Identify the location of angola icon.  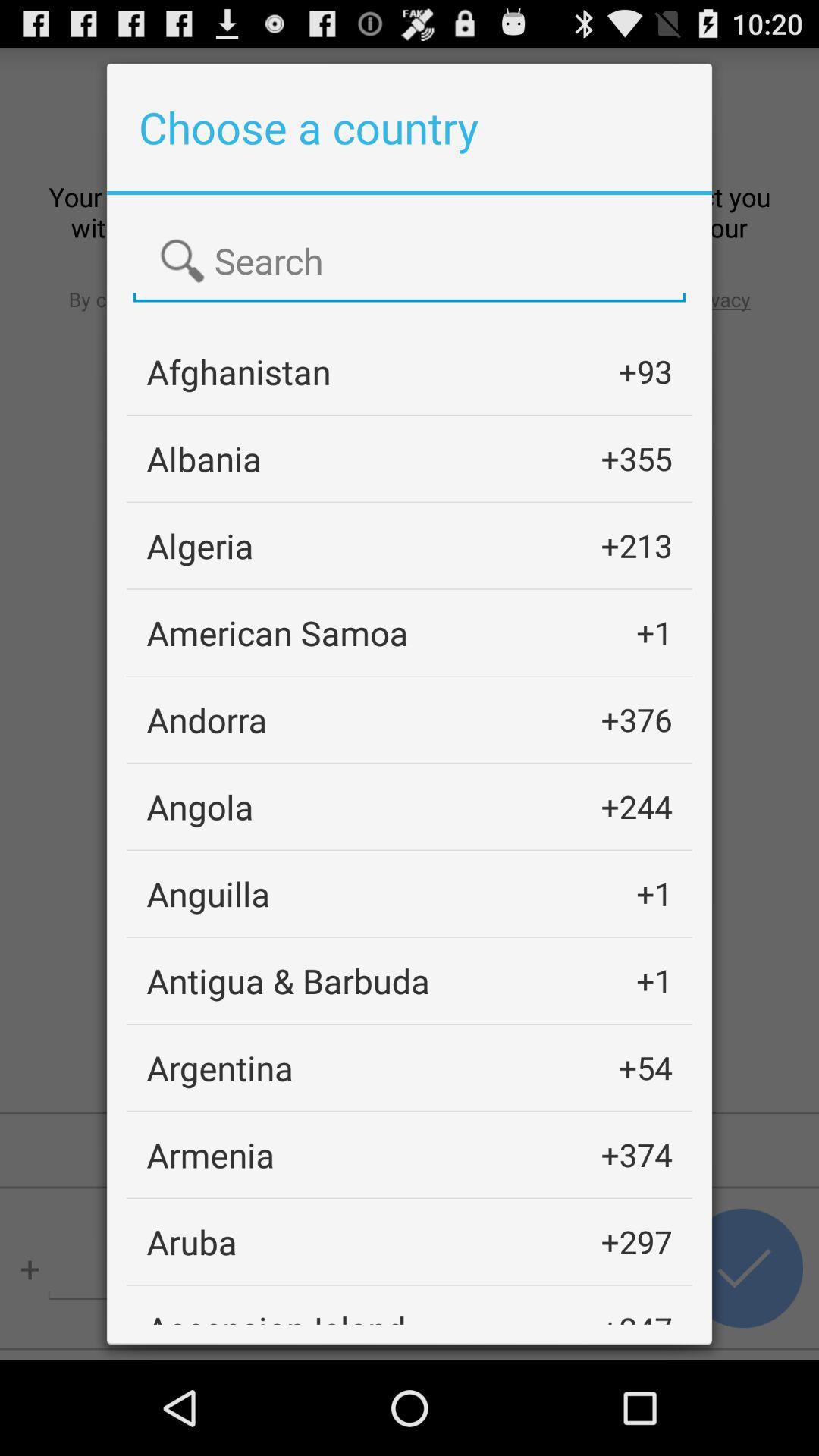
(199, 805).